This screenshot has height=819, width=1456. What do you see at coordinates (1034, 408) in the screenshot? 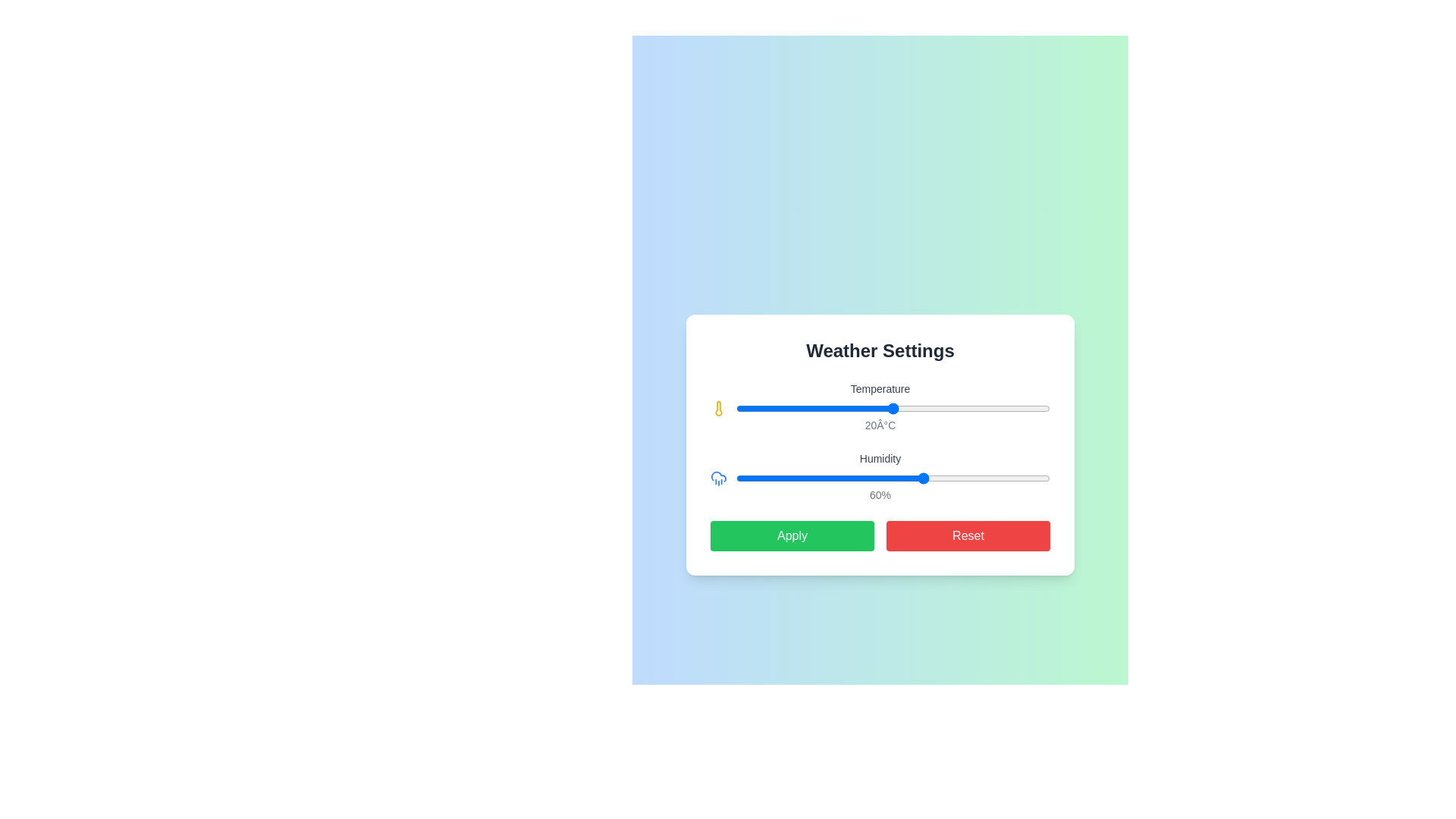
I see `the temperature slider` at bounding box center [1034, 408].